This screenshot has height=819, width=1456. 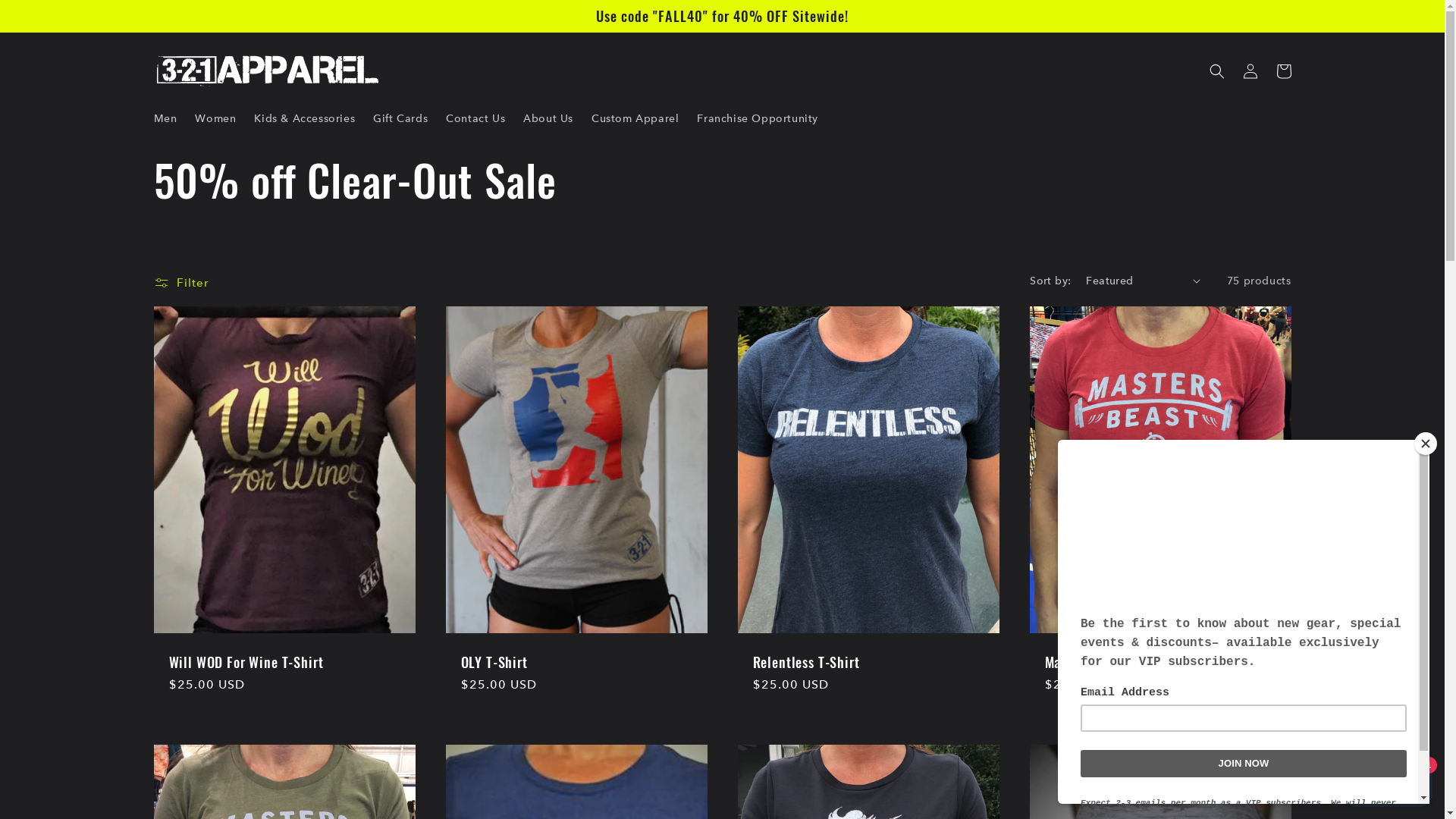 I want to click on 'Franchise Opportunity', so click(x=757, y=117).